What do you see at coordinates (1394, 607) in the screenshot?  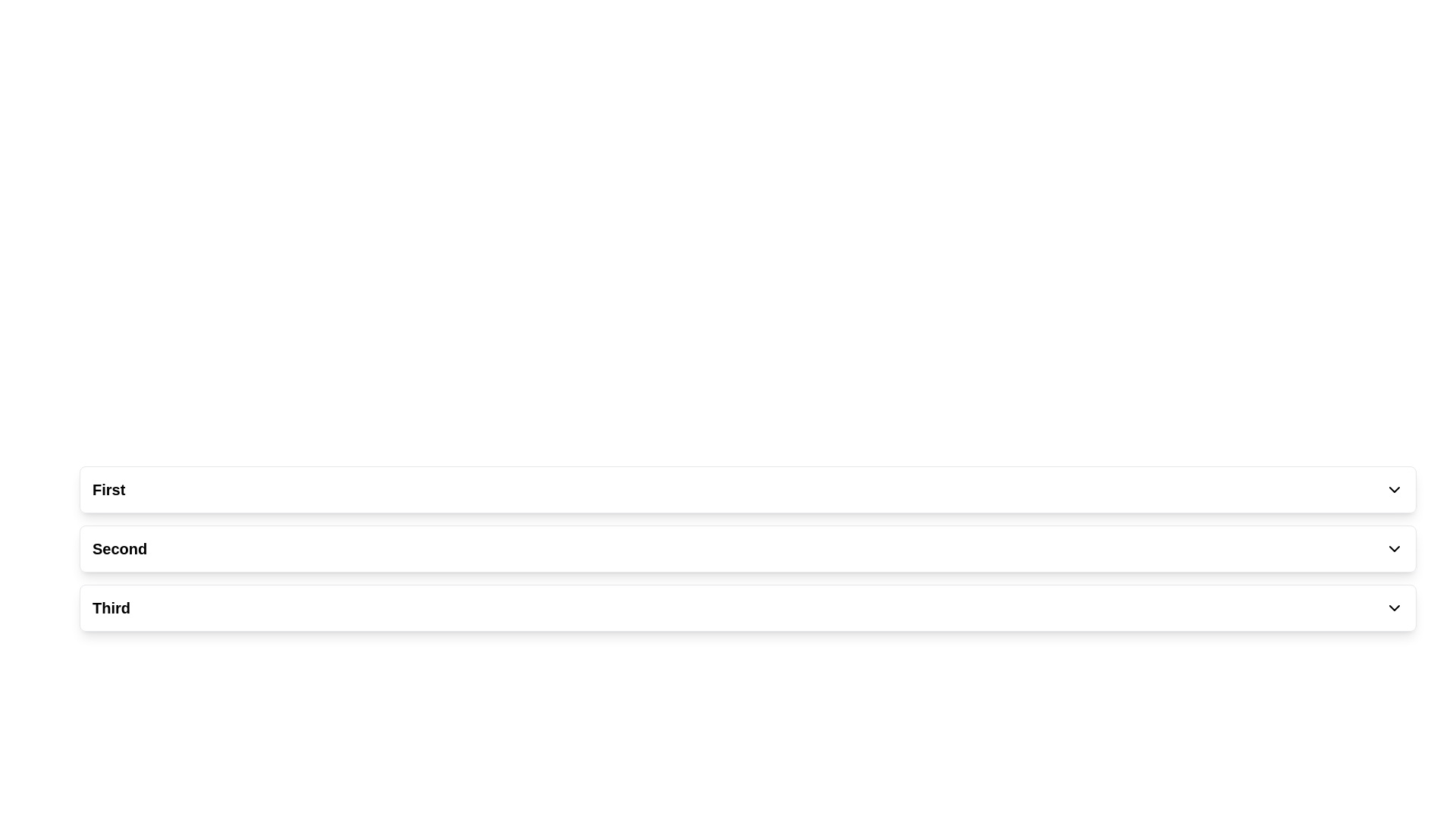 I see `the Dropdown indicator icon located to the right of the 'Third' text label` at bounding box center [1394, 607].